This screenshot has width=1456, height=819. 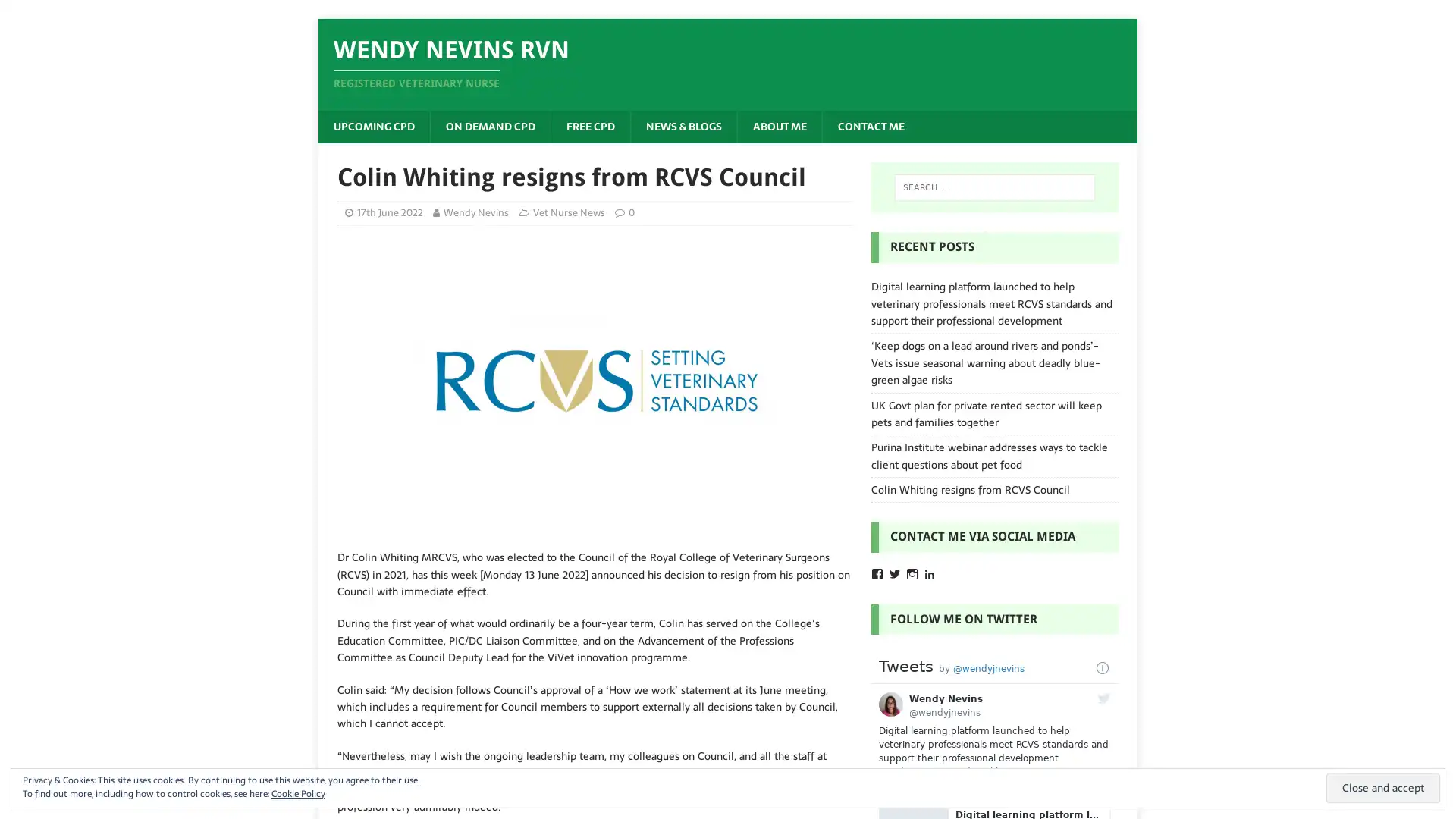 I want to click on Close and accept, so click(x=1383, y=787).